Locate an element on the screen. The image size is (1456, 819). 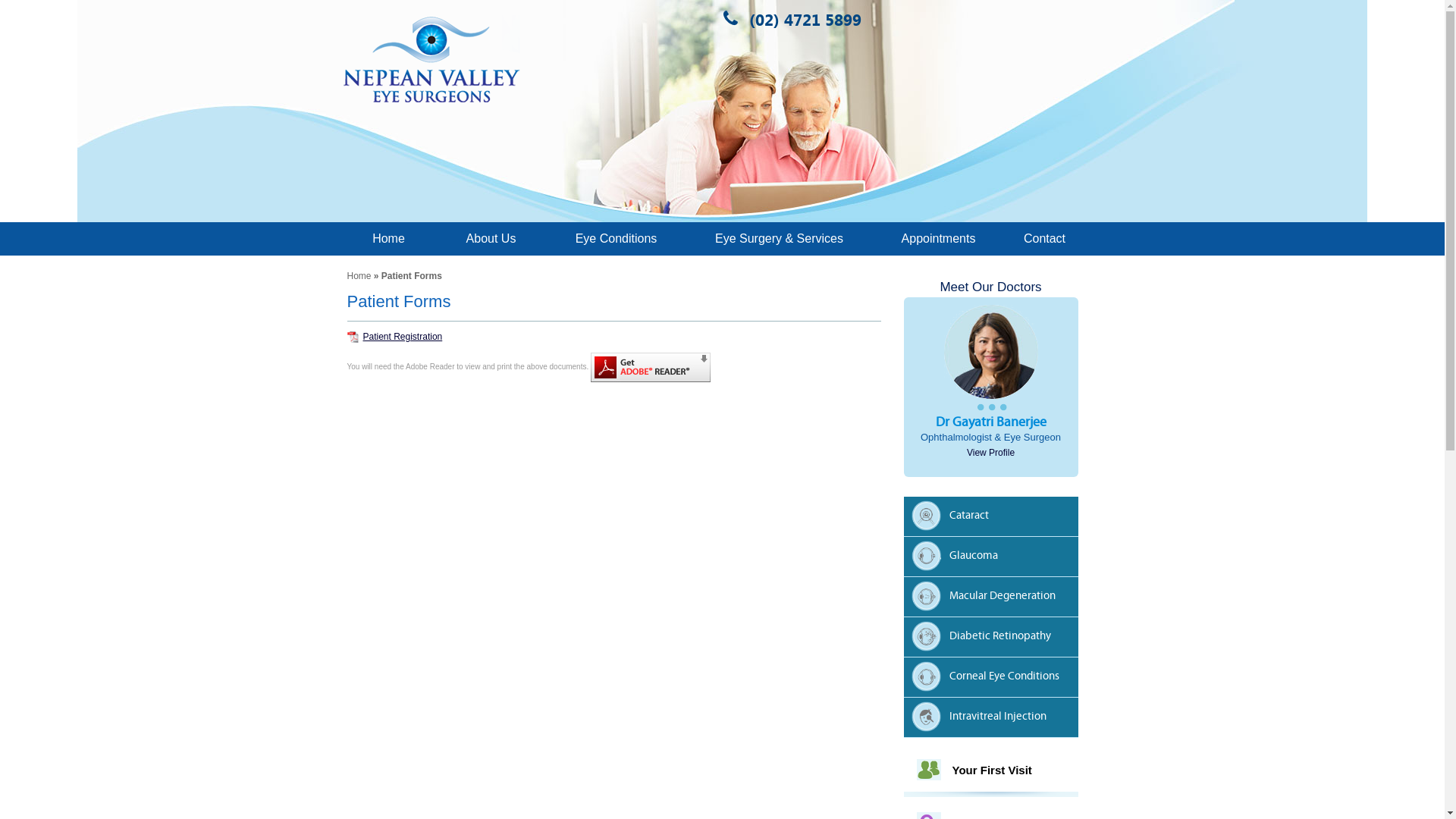
'Dr Gayatri Banerjee' is located at coordinates (934, 422).